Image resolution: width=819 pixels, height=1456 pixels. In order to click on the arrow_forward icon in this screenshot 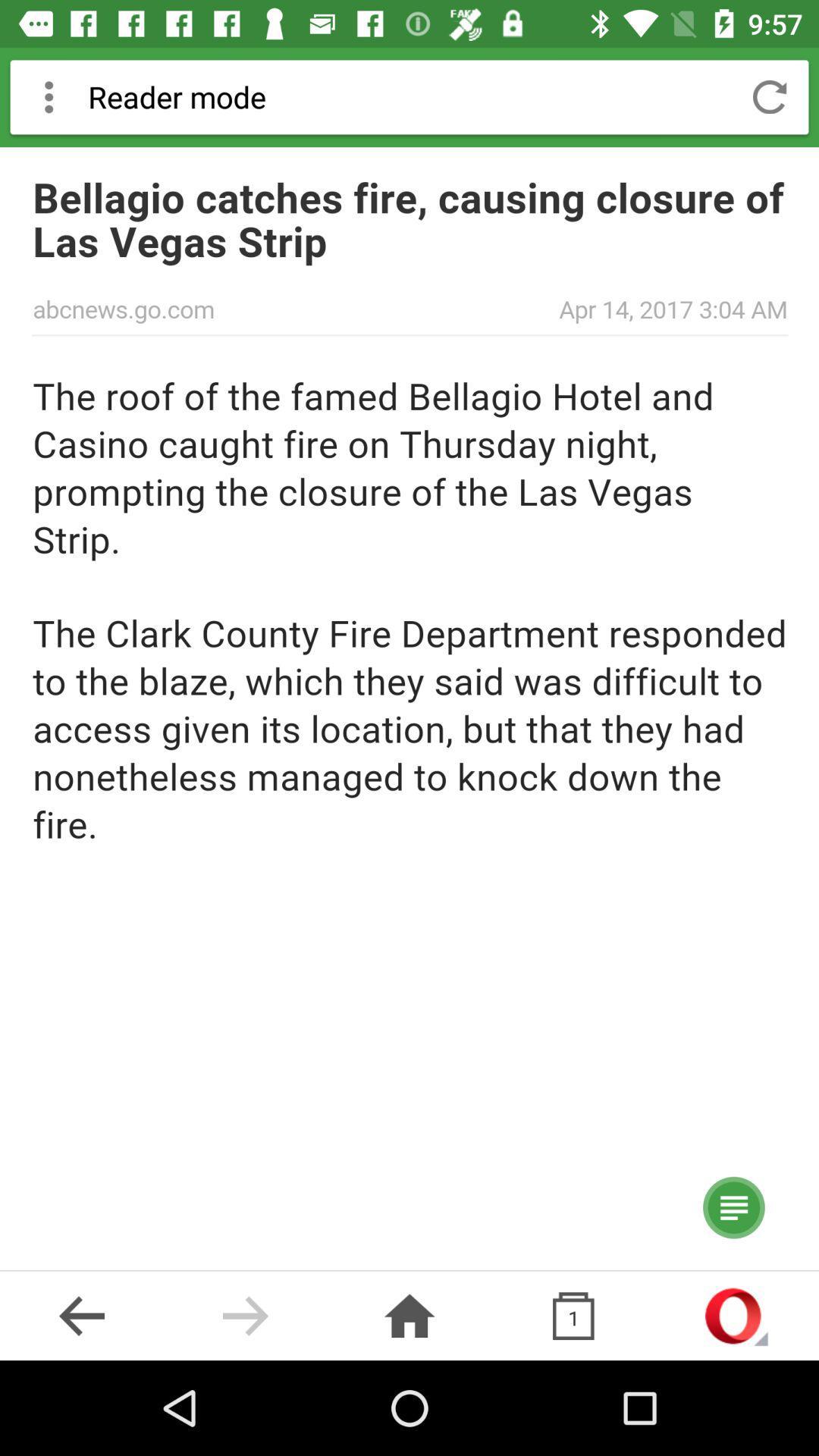, I will do `click(245, 1315)`.